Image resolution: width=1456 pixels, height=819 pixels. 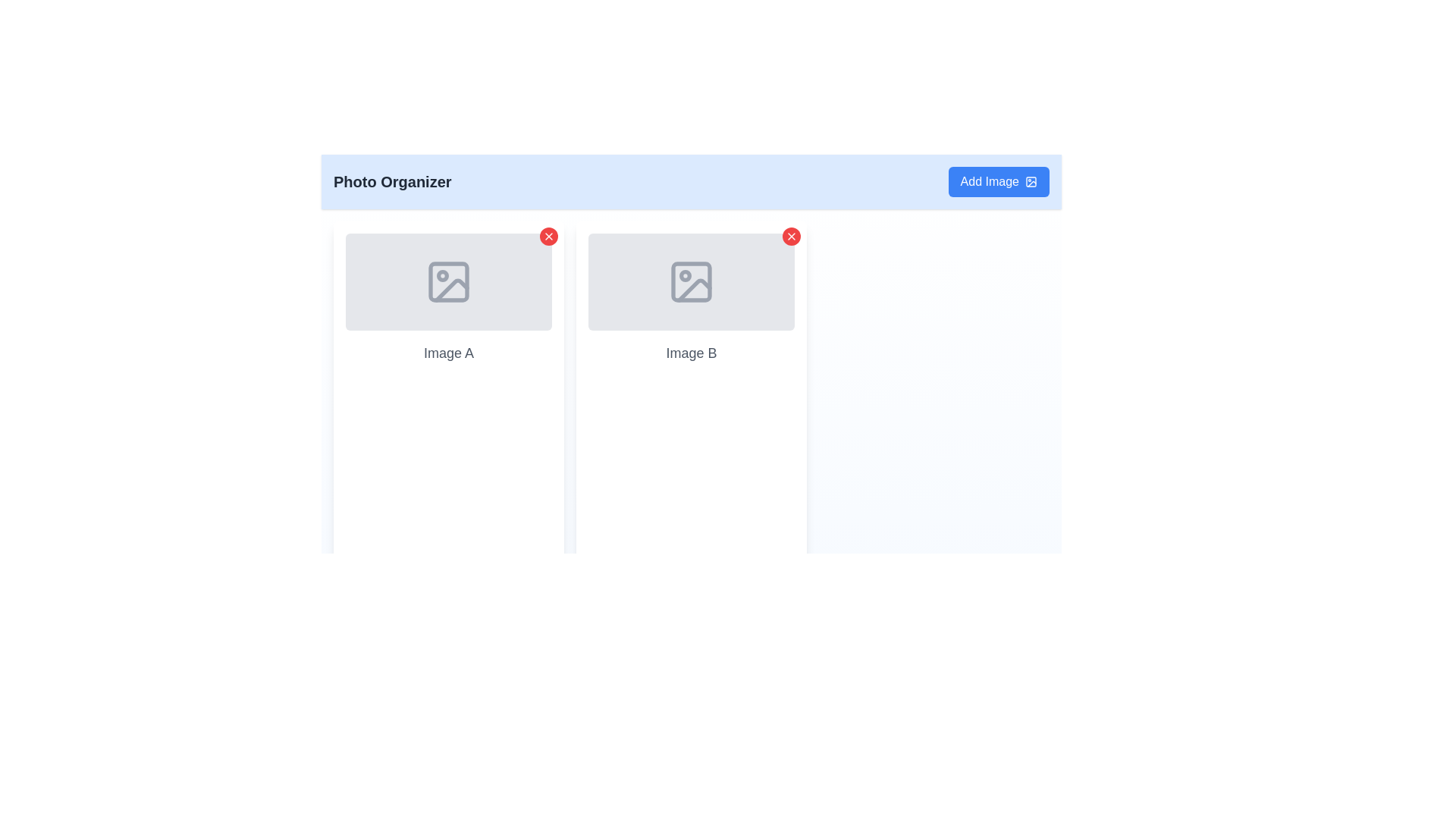 I want to click on the image placeholder icon with rounded corners and a gray color scheme located in the second card labeled 'Image B', so click(x=691, y=281).